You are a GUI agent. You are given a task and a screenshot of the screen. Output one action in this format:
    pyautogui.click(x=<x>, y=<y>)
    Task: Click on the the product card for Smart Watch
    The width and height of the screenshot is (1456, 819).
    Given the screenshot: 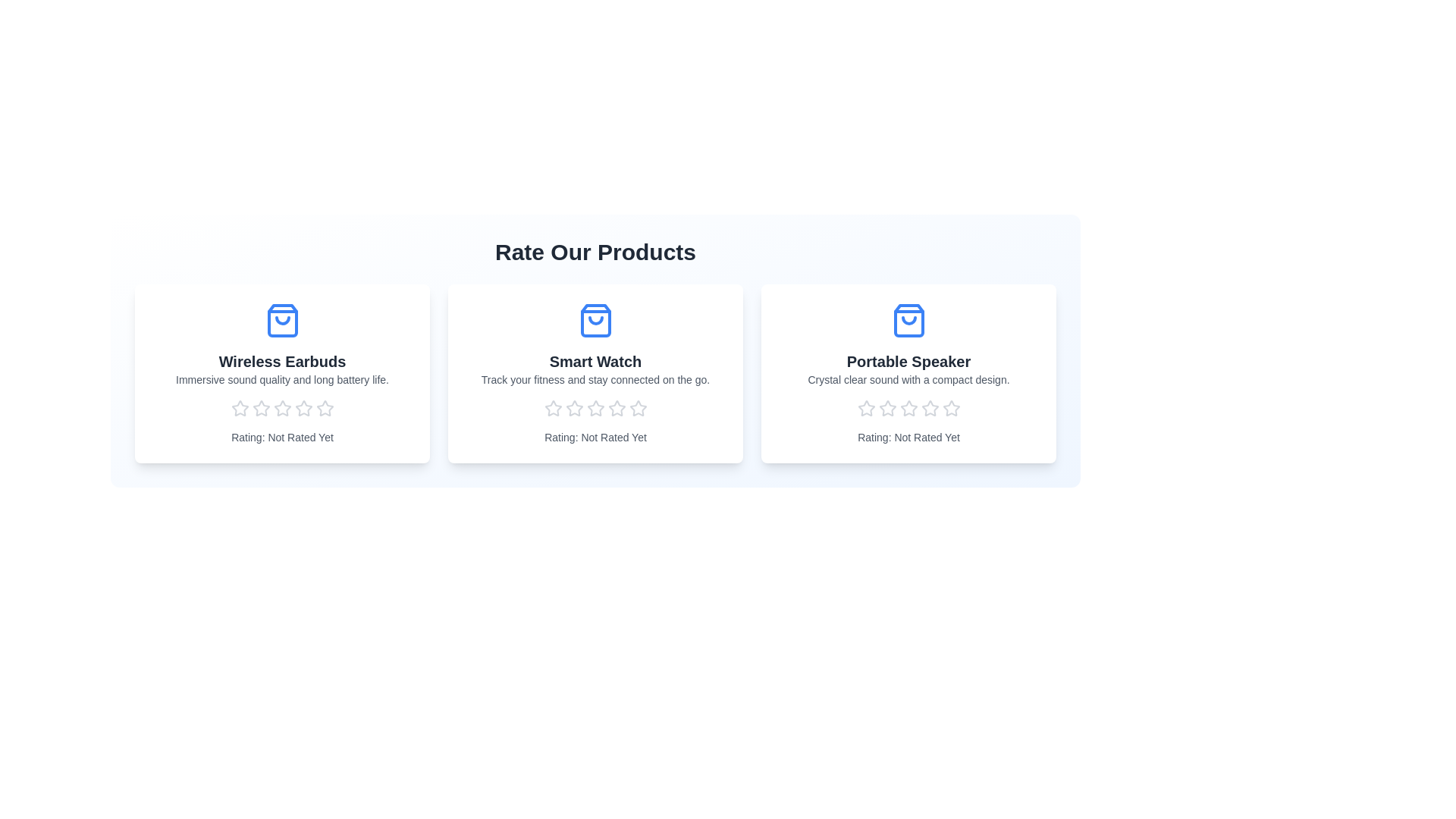 What is the action you would take?
    pyautogui.click(x=595, y=374)
    